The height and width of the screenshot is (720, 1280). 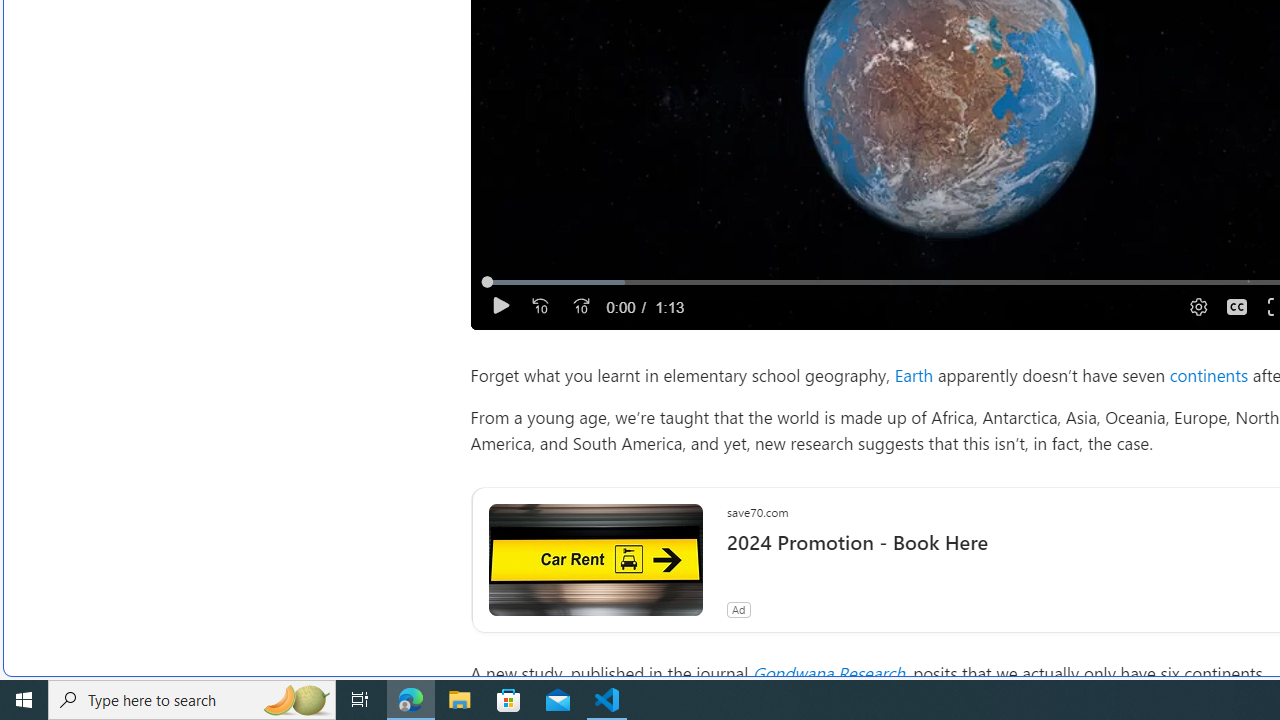 I want to click on 'Captions', so click(x=1235, y=306).